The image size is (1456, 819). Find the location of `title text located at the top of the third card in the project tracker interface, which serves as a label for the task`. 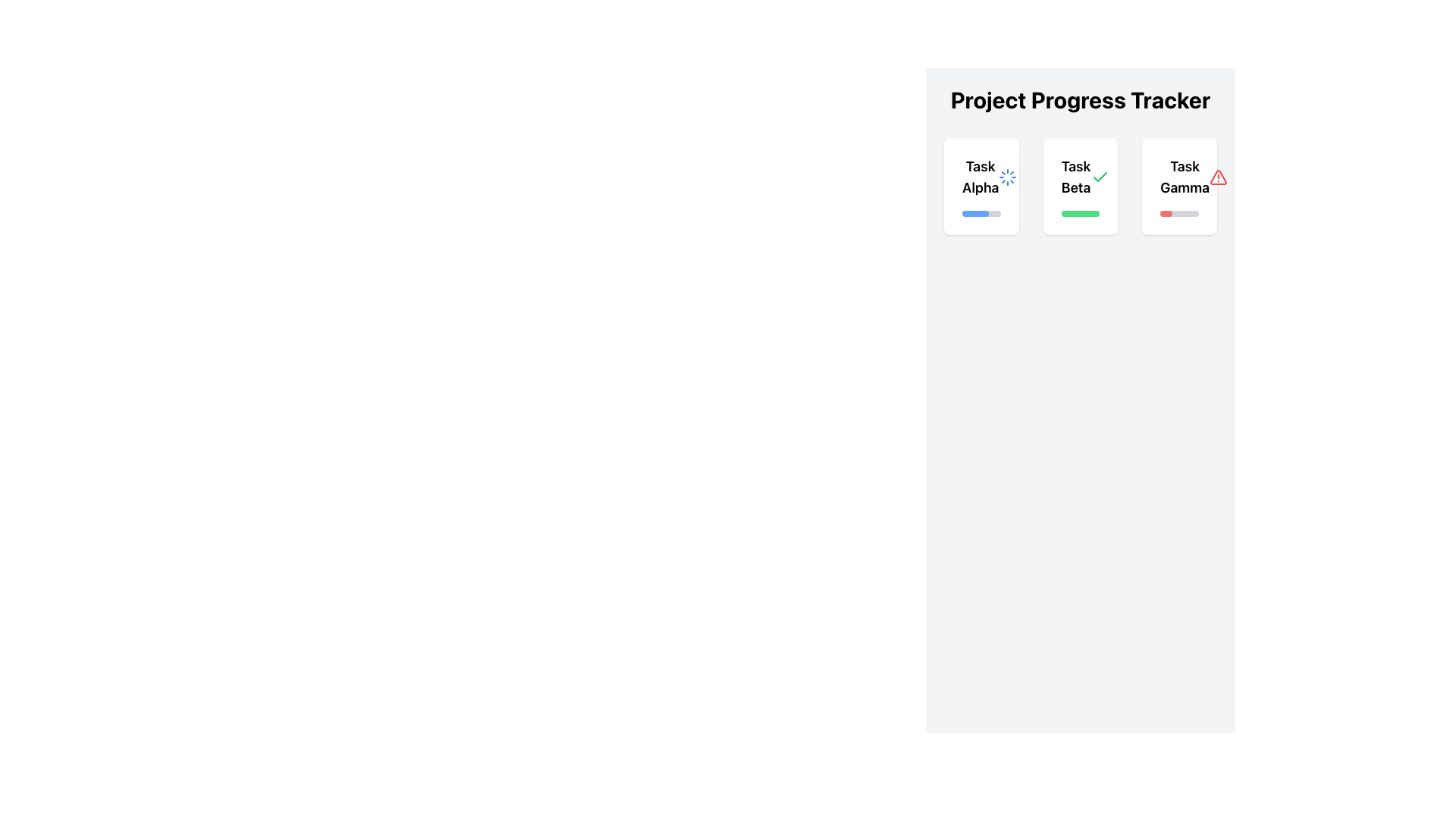

title text located at the top of the third card in the project tracker interface, which serves as a label for the task is located at coordinates (1184, 177).